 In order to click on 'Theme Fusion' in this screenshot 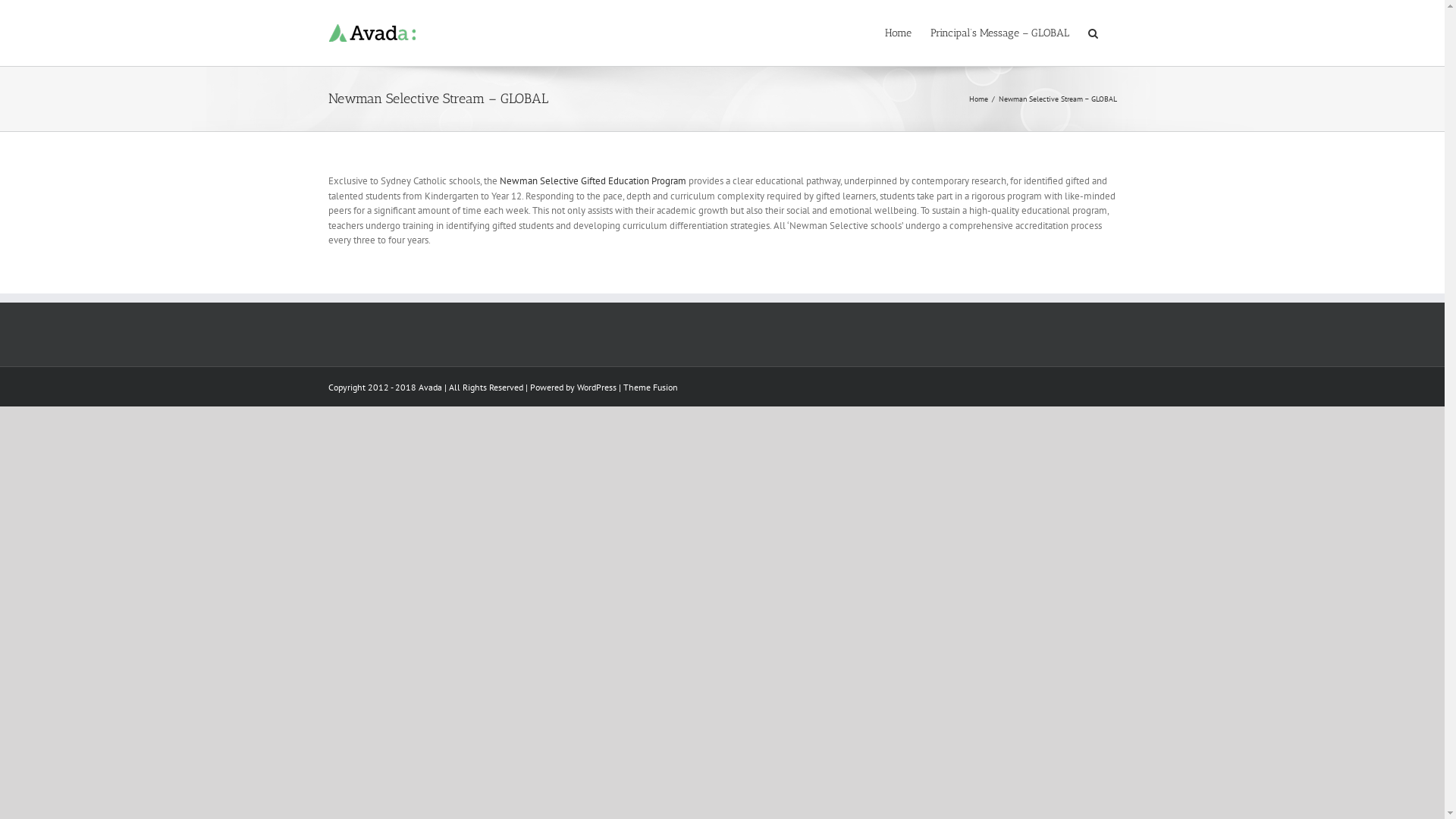, I will do `click(651, 385)`.